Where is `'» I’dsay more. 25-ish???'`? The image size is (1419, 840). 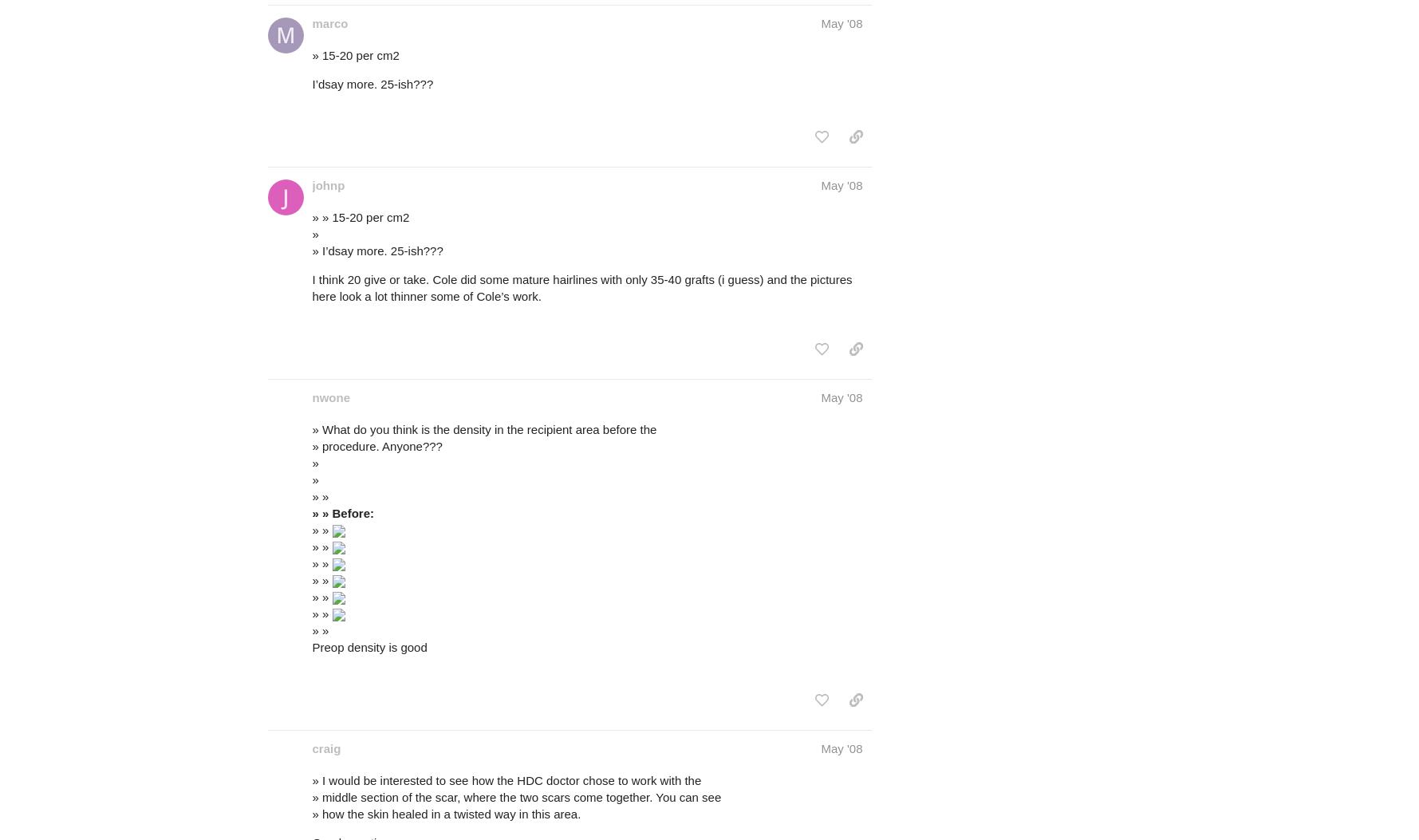 '» I’dsay more. 25-ish???' is located at coordinates (311, 250).